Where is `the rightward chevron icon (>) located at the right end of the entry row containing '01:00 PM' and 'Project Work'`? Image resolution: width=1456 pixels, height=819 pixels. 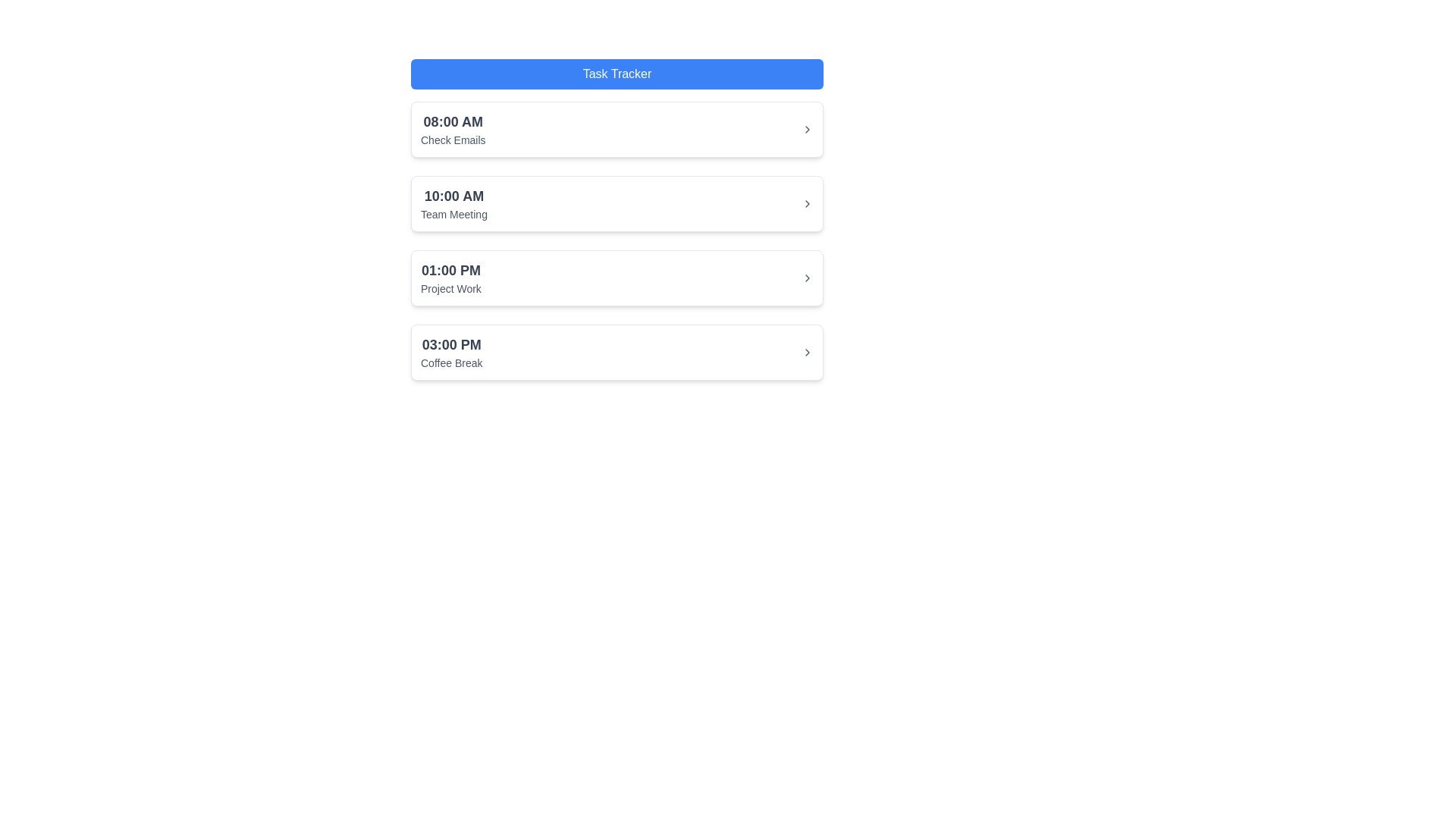
the rightward chevron icon (>) located at the right end of the entry row containing '01:00 PM' and 'Project Work' is located at coordinates (807, 278).